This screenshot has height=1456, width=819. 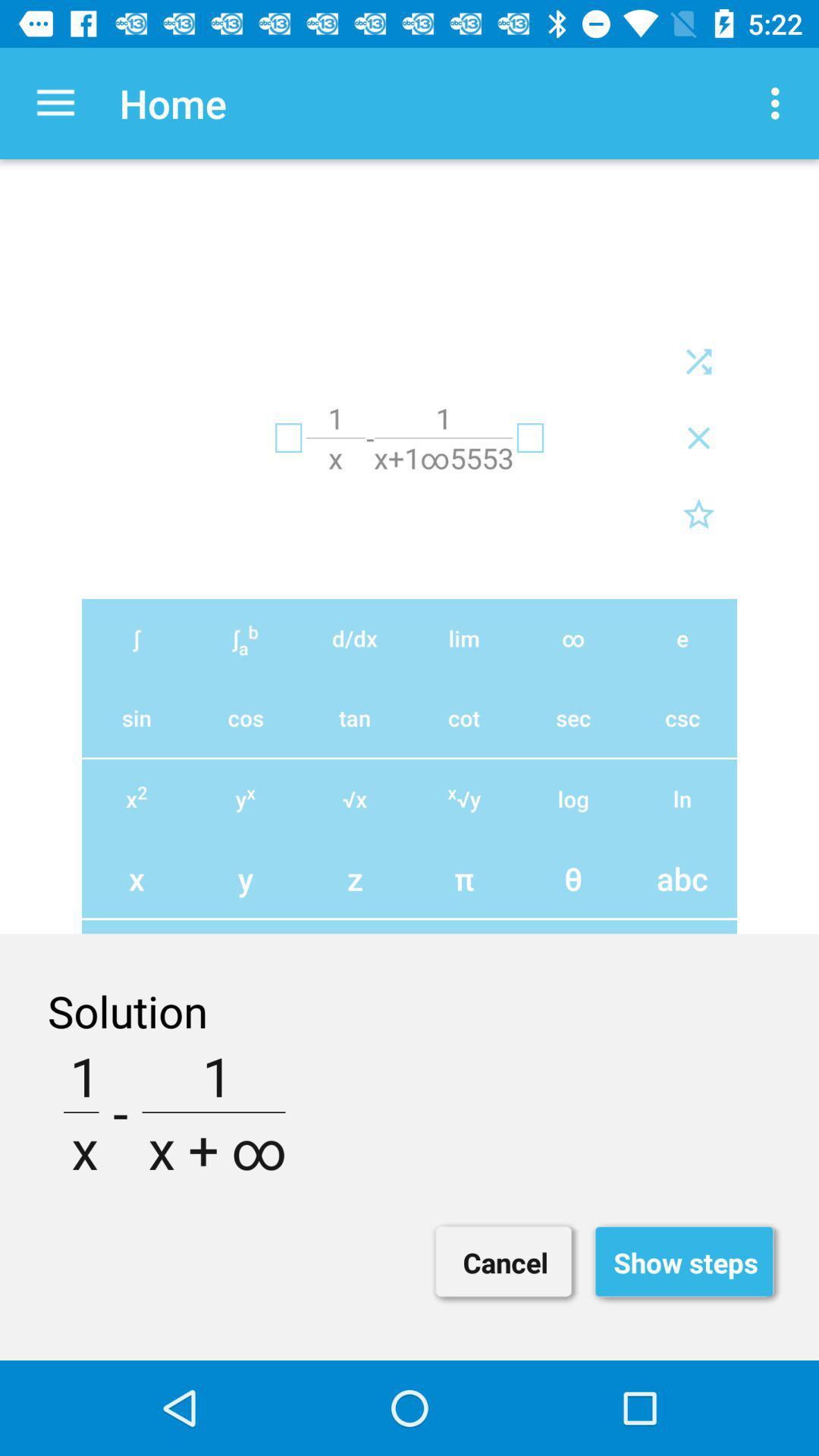 What do you see at coordinates (698, 360) in the screenshot?
I see `the close icon` at bounding box center [698, 360].